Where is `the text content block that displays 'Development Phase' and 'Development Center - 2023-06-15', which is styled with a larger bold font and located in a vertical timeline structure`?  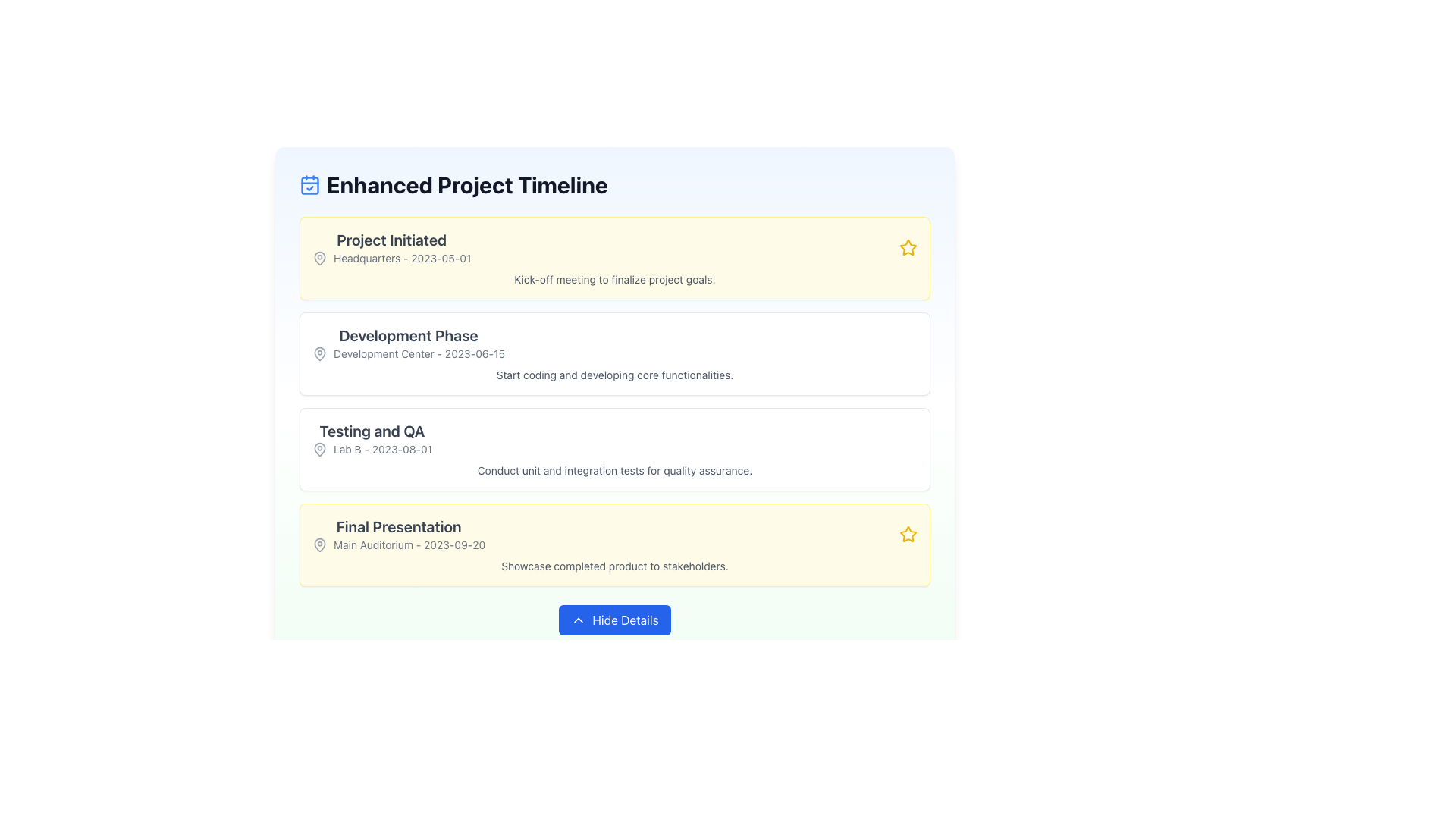 the text content block that displays 'Development Phase' and 'Development Center - 2023-06-15', which is styled with a larger bold font and located in a vertical timeline structure is located at coordinates (408, 343).